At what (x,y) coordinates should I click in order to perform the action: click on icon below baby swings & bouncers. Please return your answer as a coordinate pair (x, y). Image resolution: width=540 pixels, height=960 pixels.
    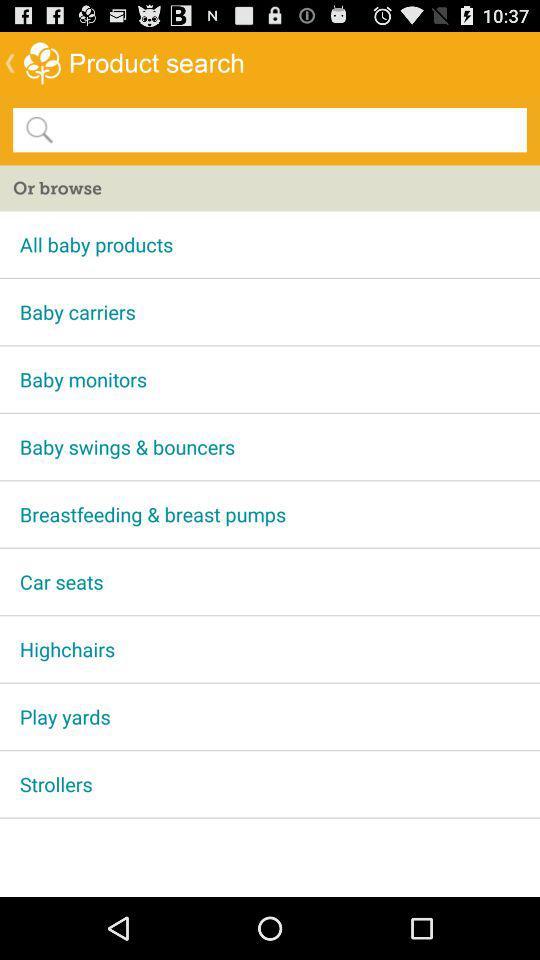
    Looking at the image, I should click on (270, 513).